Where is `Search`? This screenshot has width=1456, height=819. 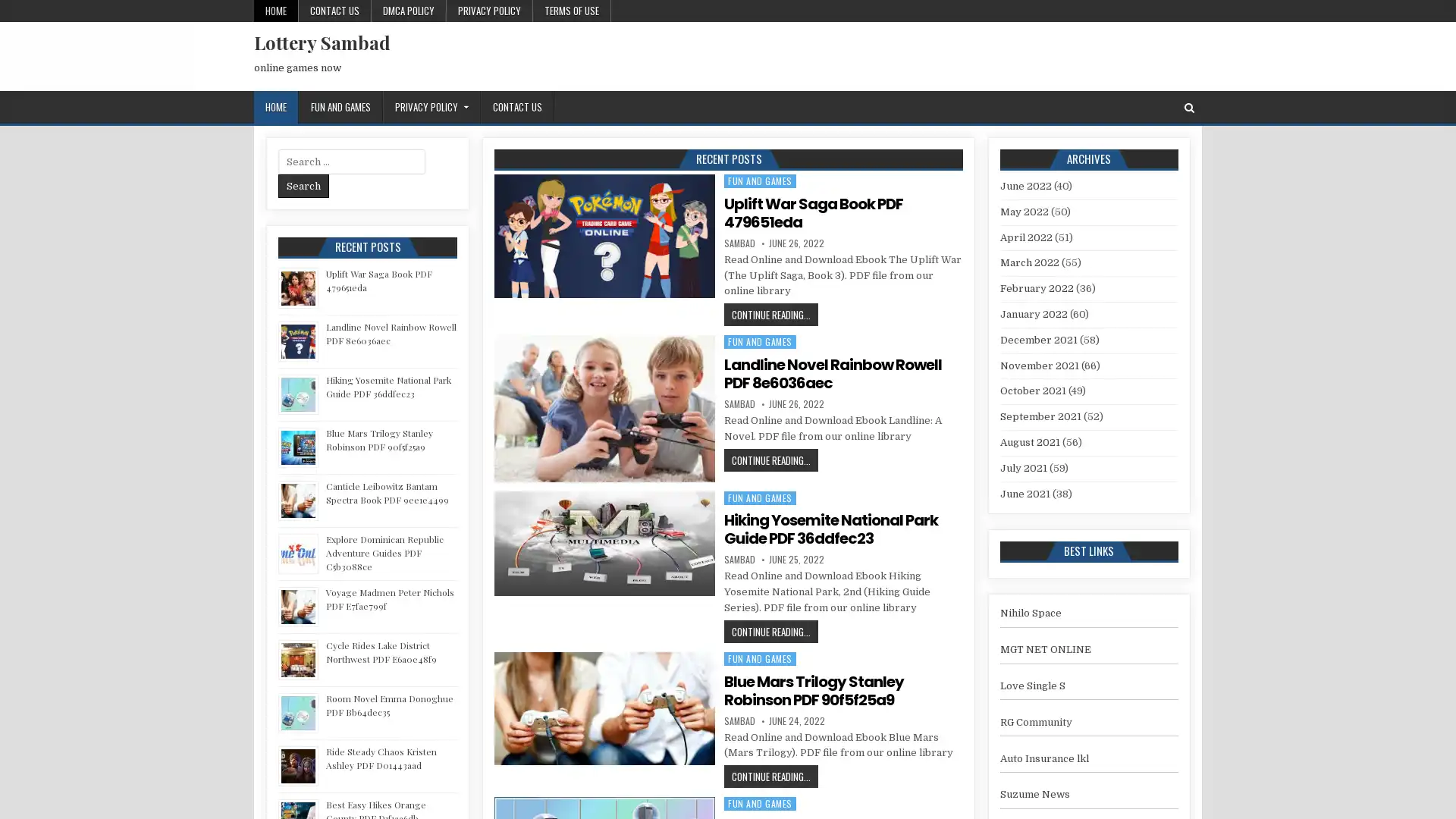 Search is located at coordinates (303, 185).